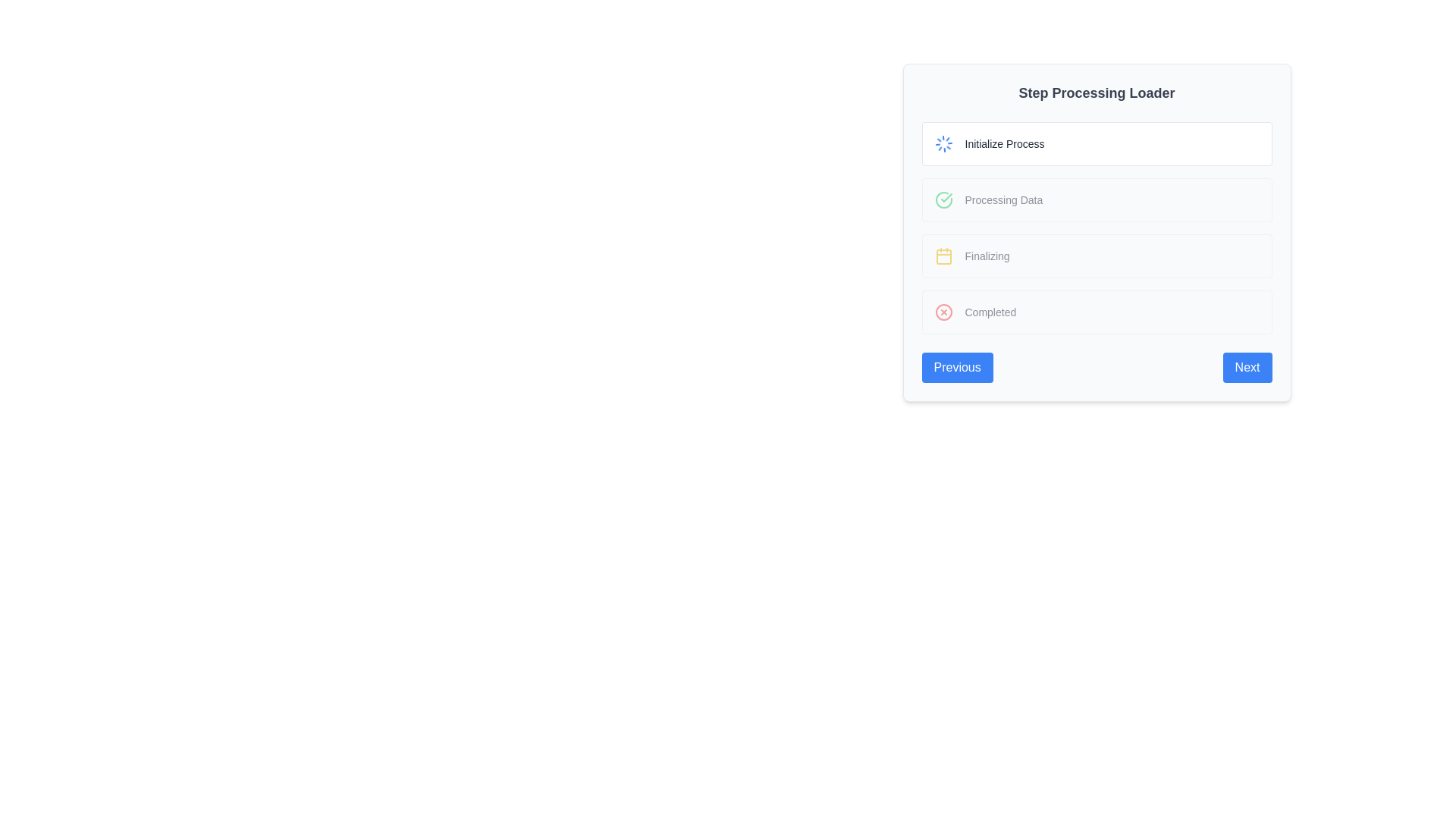 Image resolution: width=1456 pixels, height=819 pixels. What do you see at coordinates (1097, 143) in the screenshot?
I see `title of the 'Initialize Process' step on the informational card located at the uppermost position in the sequential process viewer` at bounding box center [1097, 143].